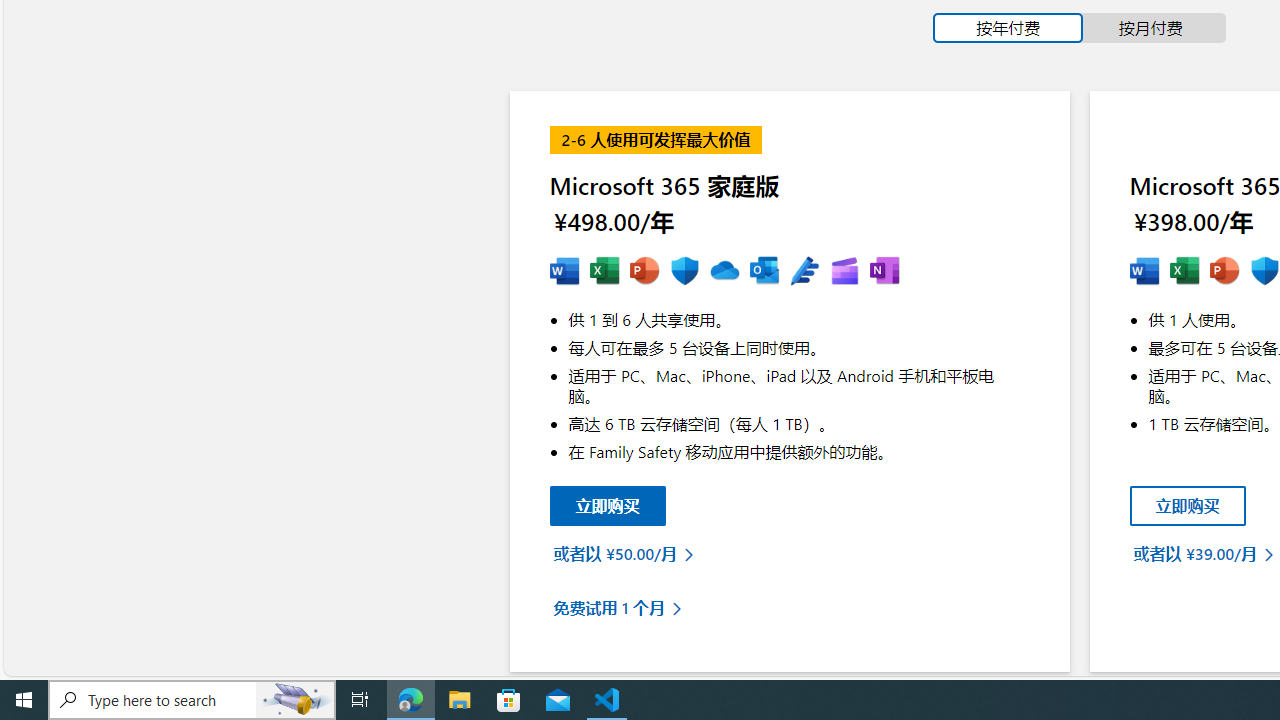 The width and height of the screenshot is (1280, 720). I want to click on 'MS OneDrive', so click(723, 271).